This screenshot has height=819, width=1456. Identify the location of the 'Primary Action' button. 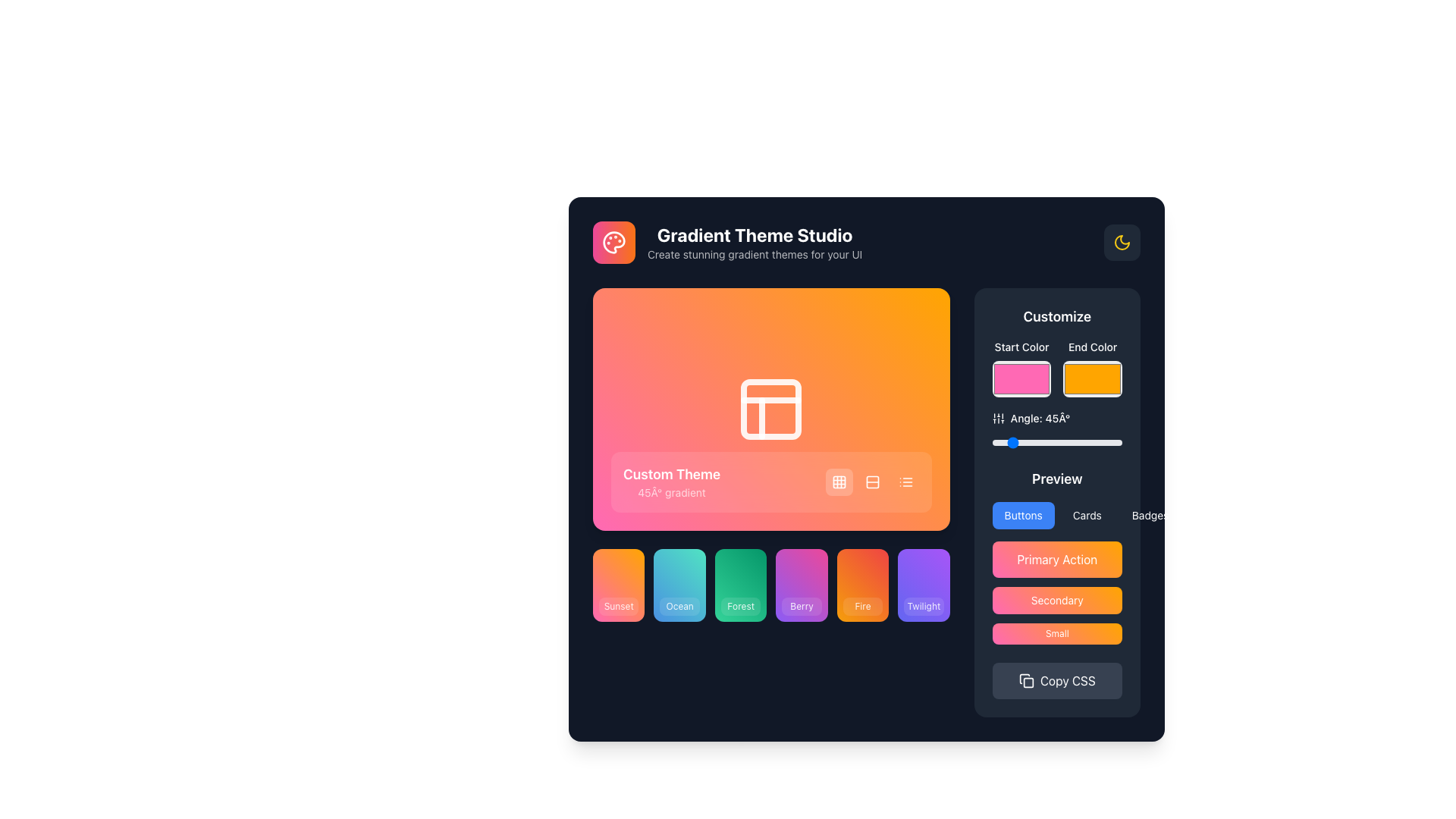
(1056, 559).